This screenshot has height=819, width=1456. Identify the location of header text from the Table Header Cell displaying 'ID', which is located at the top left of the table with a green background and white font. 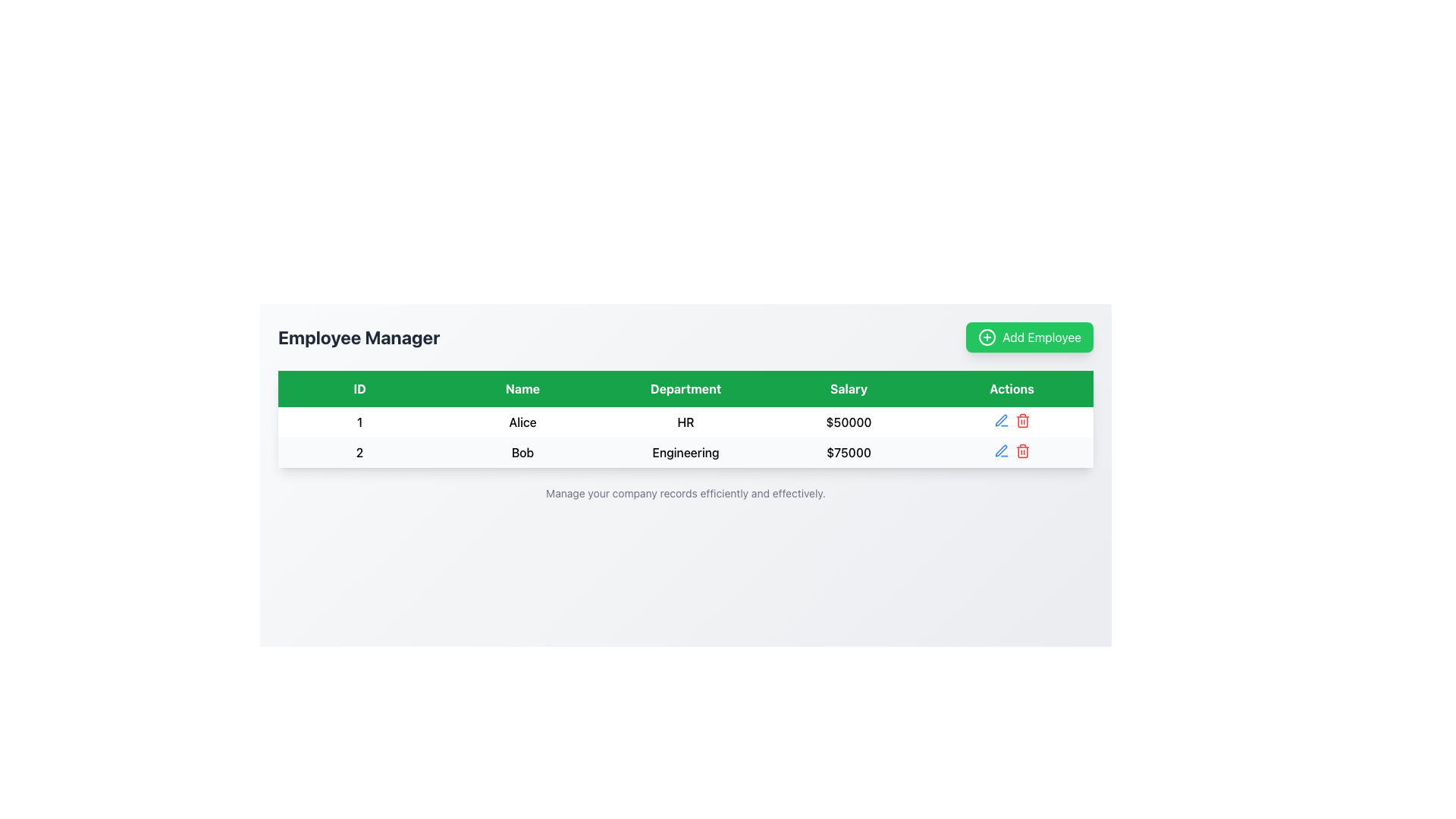
(359, 388).